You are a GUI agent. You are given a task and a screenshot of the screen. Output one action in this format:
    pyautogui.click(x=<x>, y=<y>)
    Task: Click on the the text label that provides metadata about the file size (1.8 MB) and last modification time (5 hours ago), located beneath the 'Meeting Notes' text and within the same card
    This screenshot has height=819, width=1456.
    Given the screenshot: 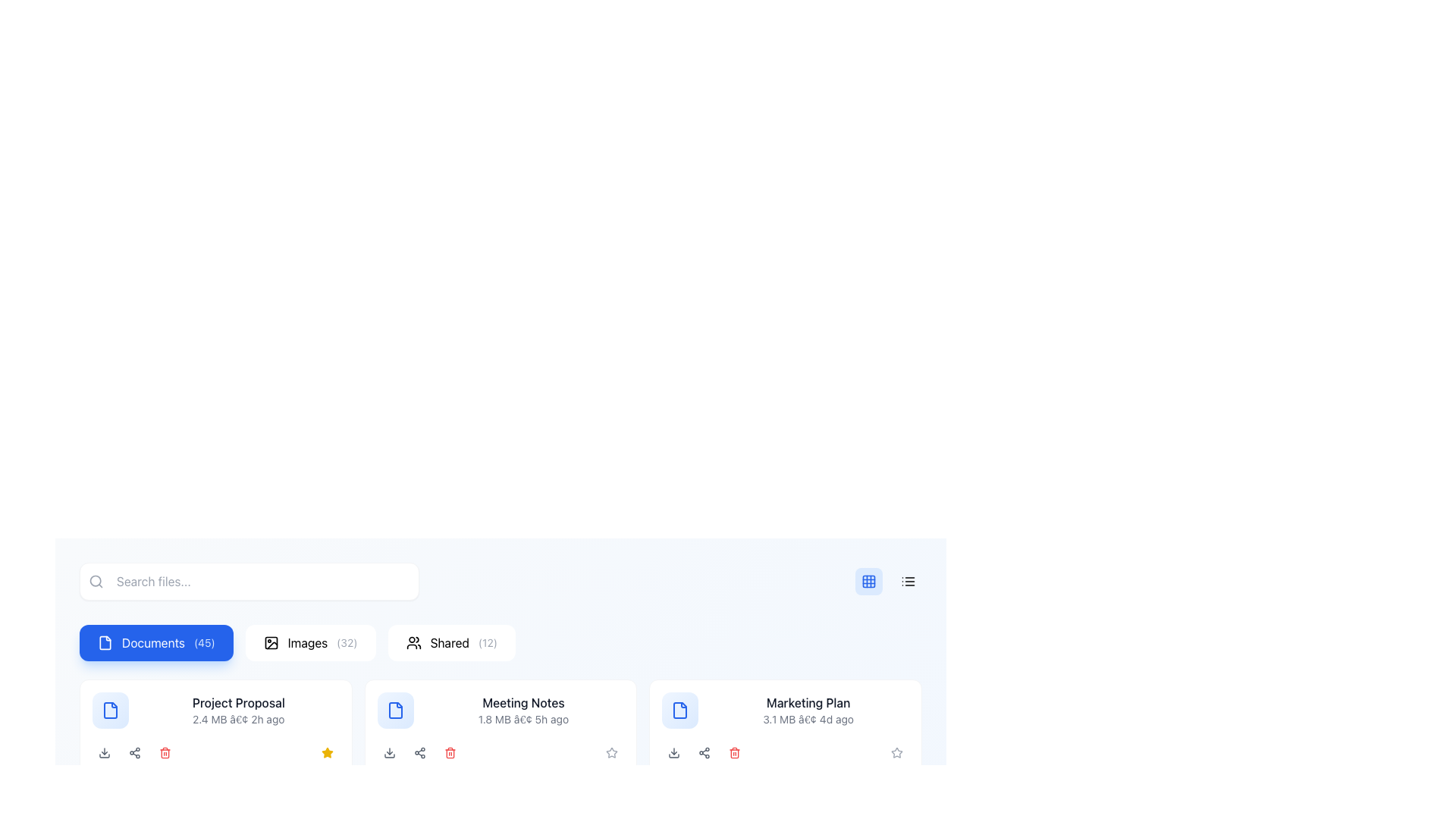 What is the action you would take?
    pyautogui.click(x=523, y=718)
    